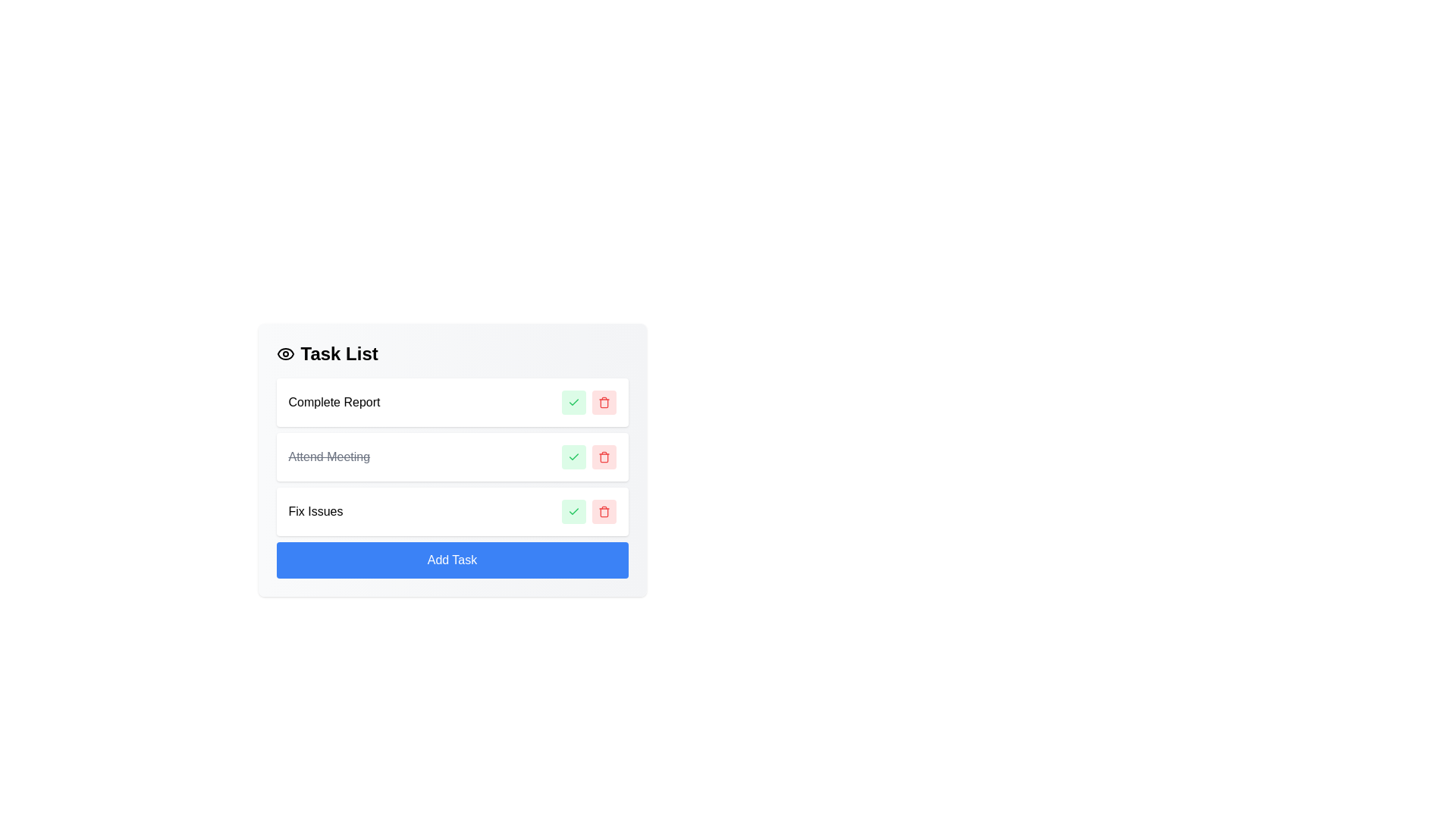 The width and height of the screenshot is (1456, 819). Describe the element at coordinates (573, 456) in the screenshot. I see `the green checkmark button to toggle the completion status of the task identified by its name Attend Meeting` at that location.